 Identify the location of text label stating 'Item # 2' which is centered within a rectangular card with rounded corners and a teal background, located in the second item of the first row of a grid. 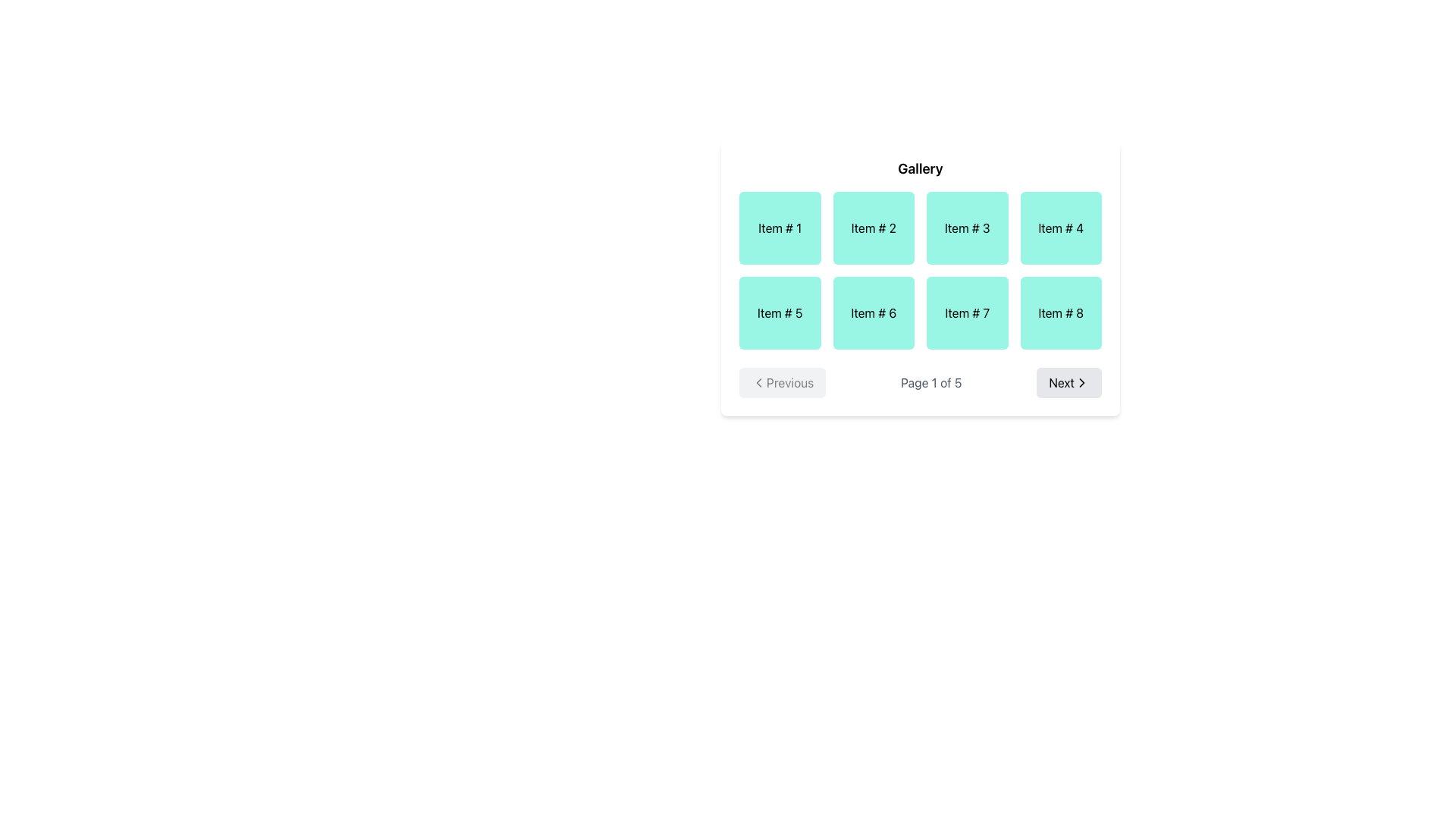
(874, 227).